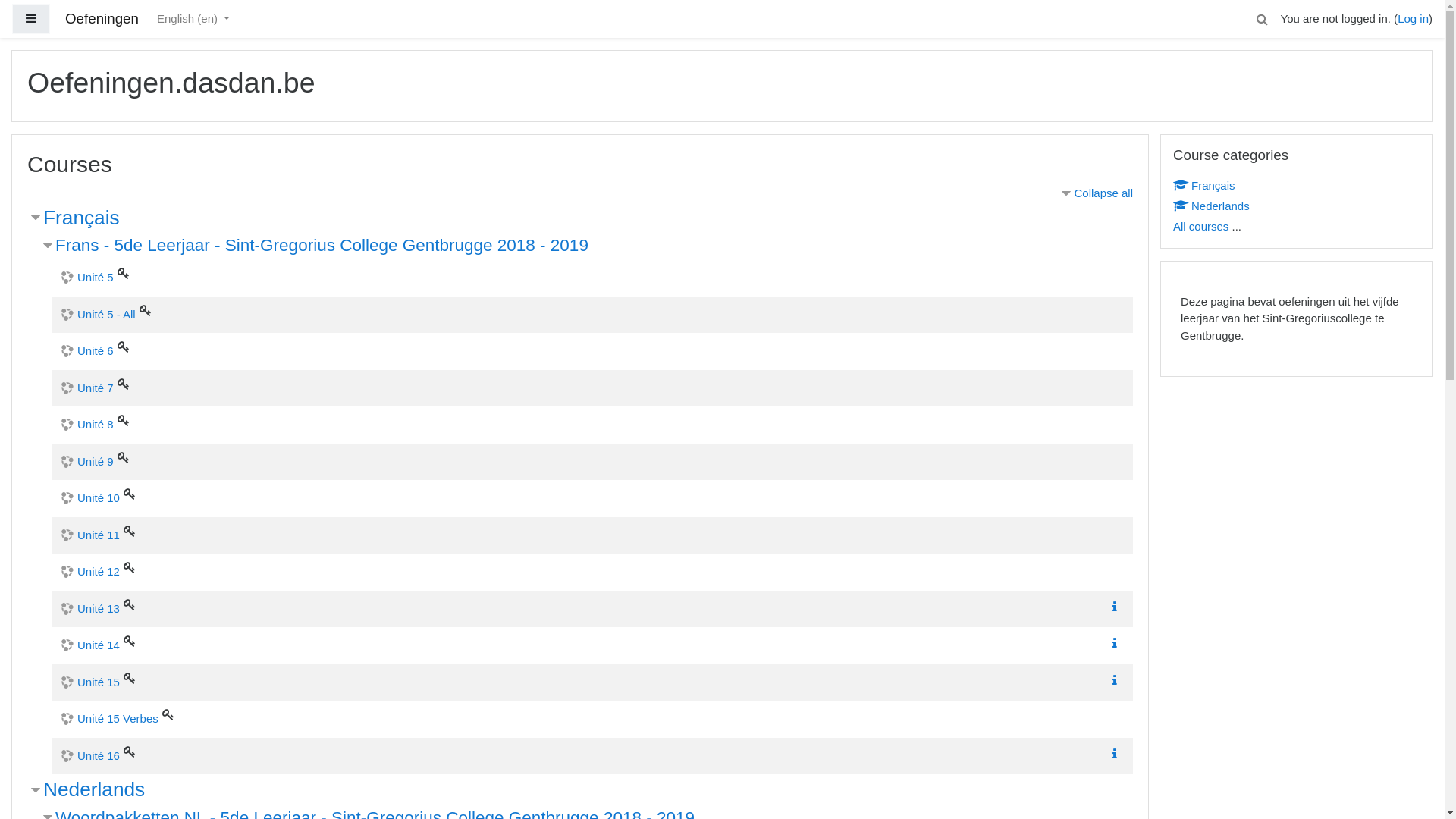 The height and width of the screenshot is (819, 1456). I want to click on 'Self enrolment', so click(124, 420).